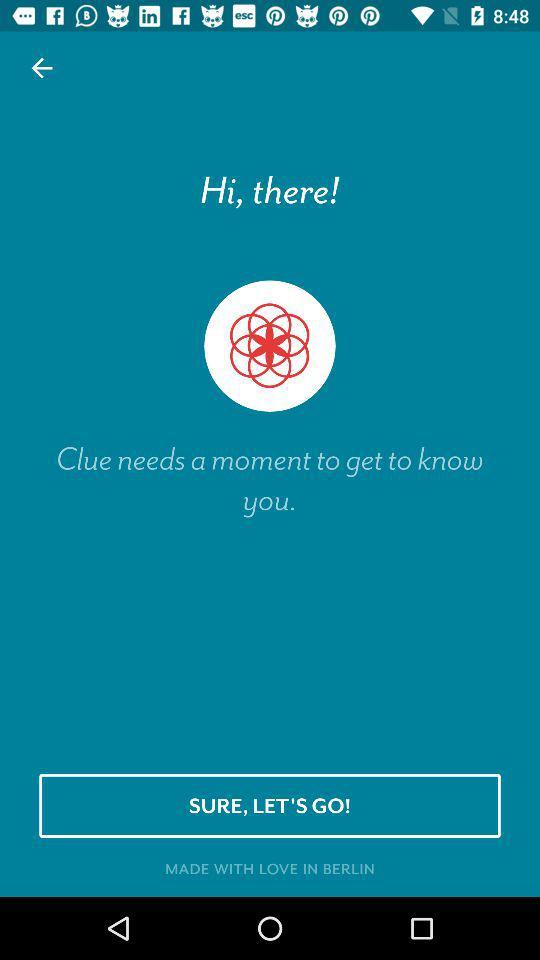  What do you see at coordinates (42, 68) in the screenshot?
I see `go back` at bounding box center [42, 68].